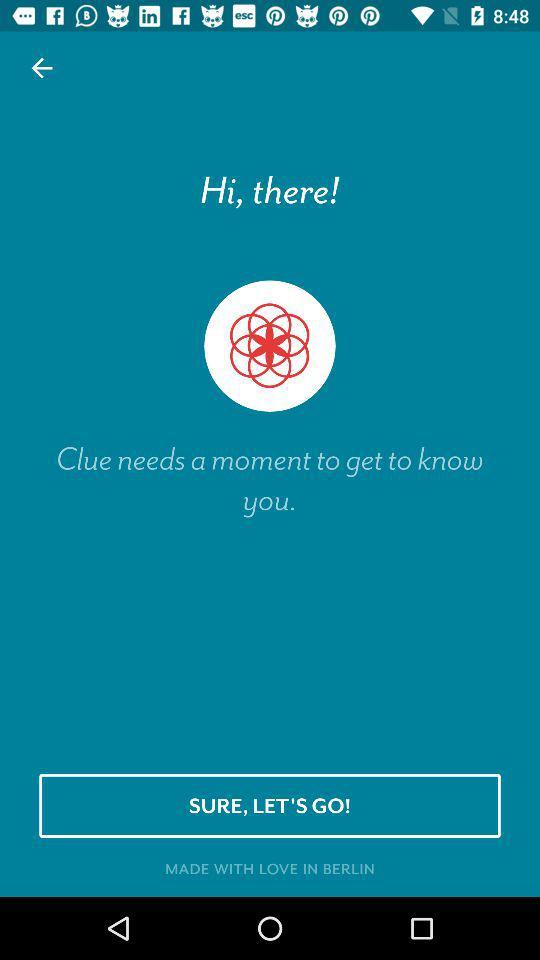  What do you see at coordinates (42, 68) in the screenshot?
I see `go back` at bounding box center [42, 68].